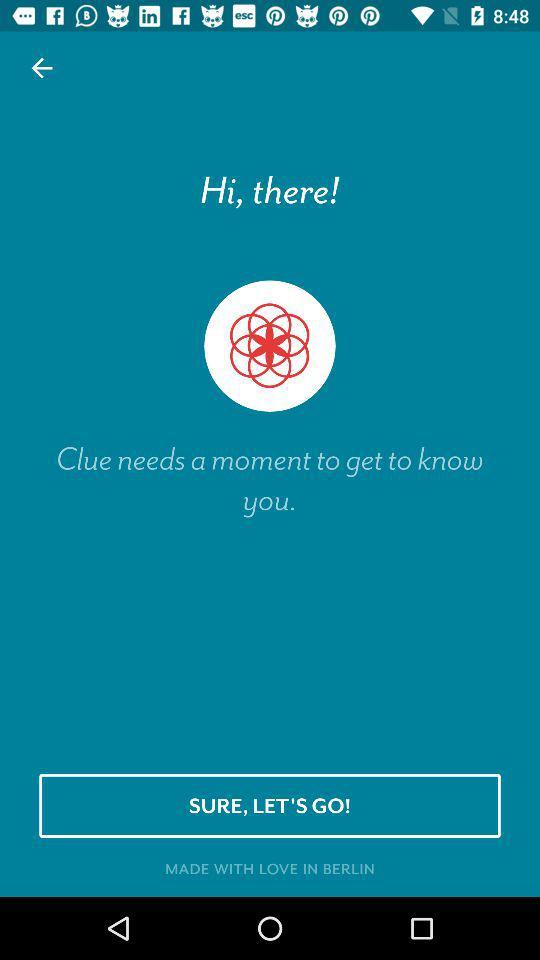  What do you see at coordinates (42, 68) in the screenshot?
I see `go back` at bounding box center [42, 68].